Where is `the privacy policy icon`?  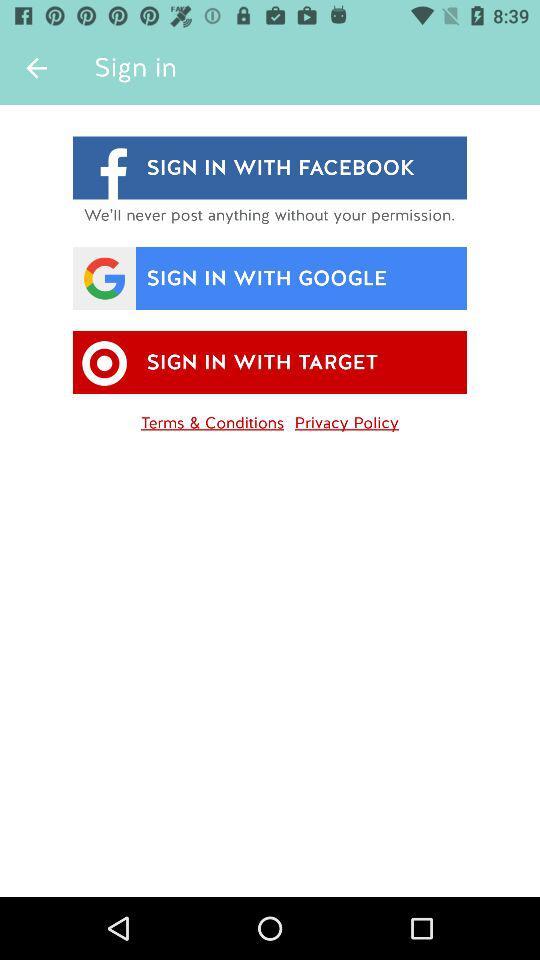 the privacy policy icon is located at coordinates (345, 418).